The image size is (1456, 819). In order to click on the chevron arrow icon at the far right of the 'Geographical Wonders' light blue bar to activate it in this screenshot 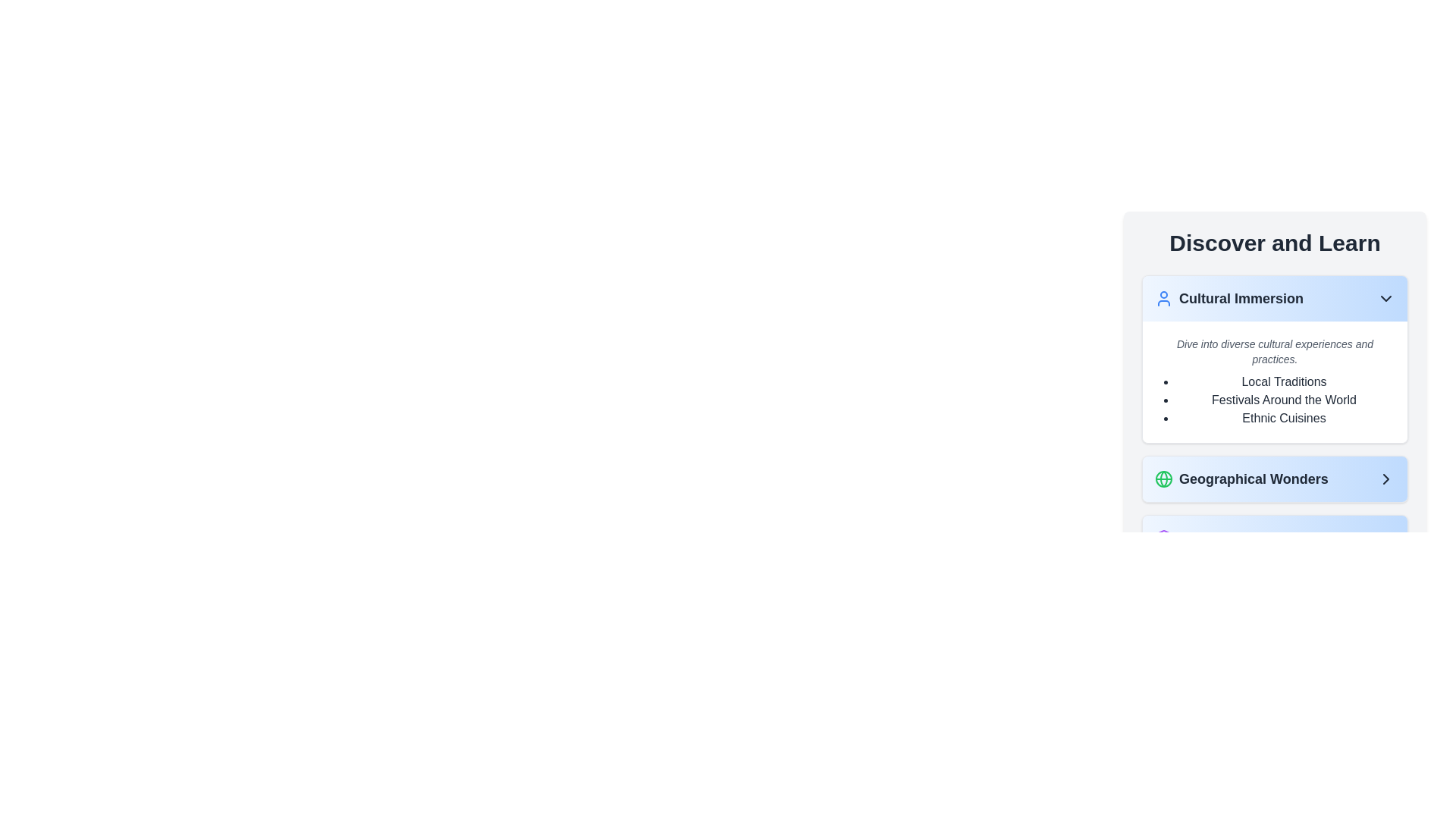, I will do `click(1386, 479)`.